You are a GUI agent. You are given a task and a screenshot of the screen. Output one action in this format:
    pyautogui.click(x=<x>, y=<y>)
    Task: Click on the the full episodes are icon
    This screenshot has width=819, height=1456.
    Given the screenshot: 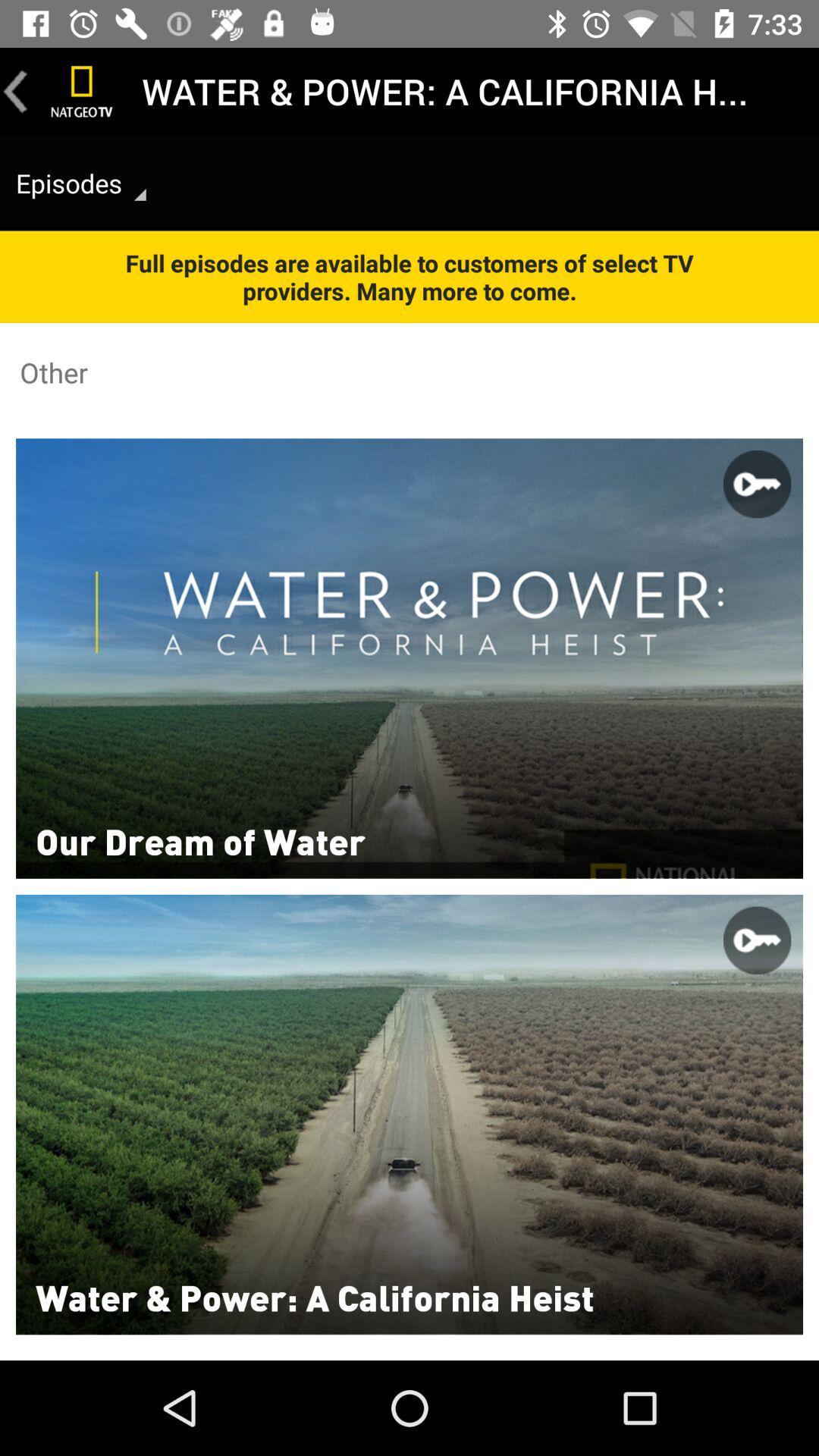 What is the action you would take?
    pyautogui.click(x=409, y=277)
    